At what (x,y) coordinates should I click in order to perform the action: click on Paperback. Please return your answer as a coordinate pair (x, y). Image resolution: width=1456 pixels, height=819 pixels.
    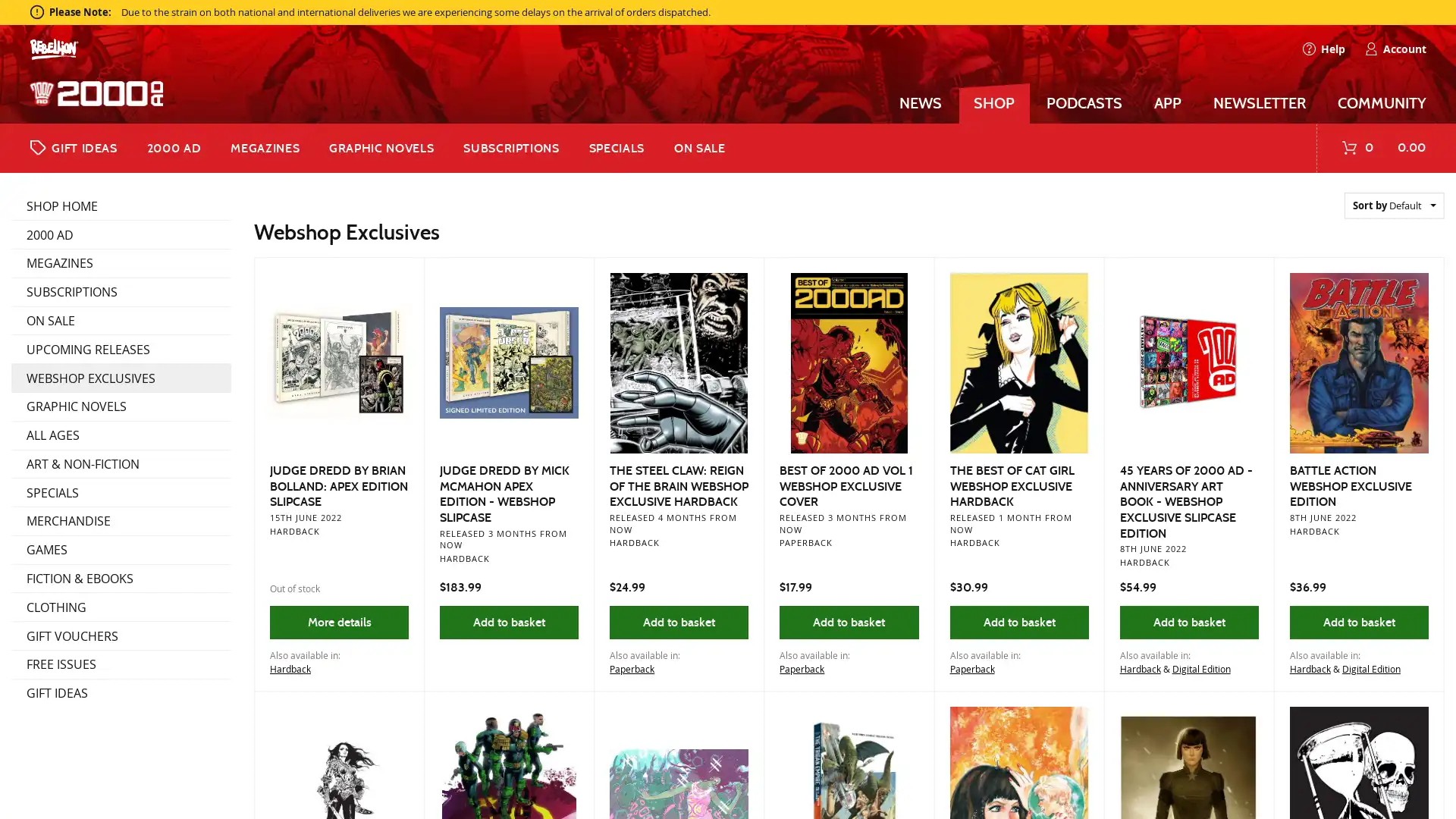
    Looking at the image, I should click on (971, 668).